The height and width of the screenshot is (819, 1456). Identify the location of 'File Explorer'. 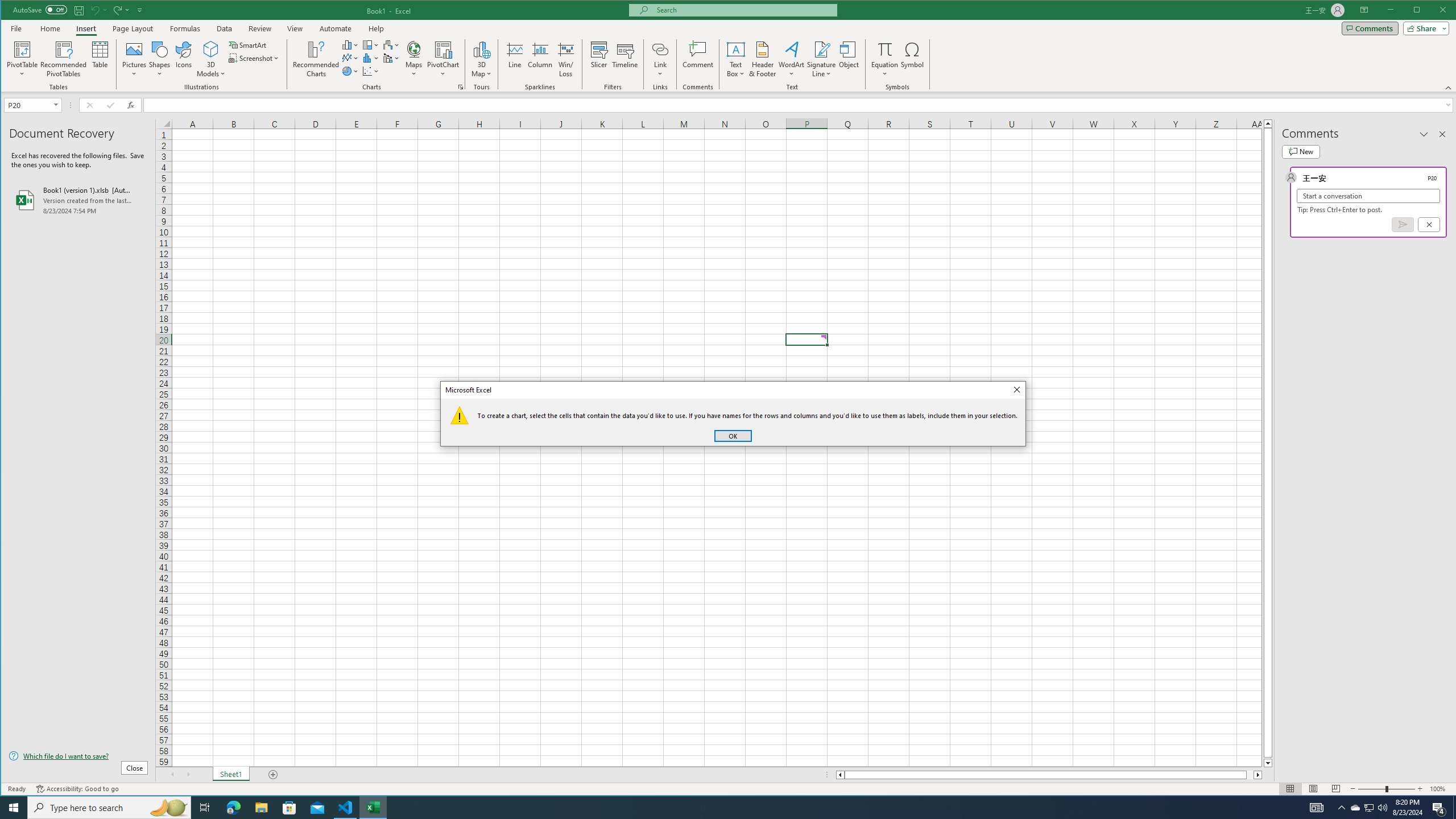
(260, 806).